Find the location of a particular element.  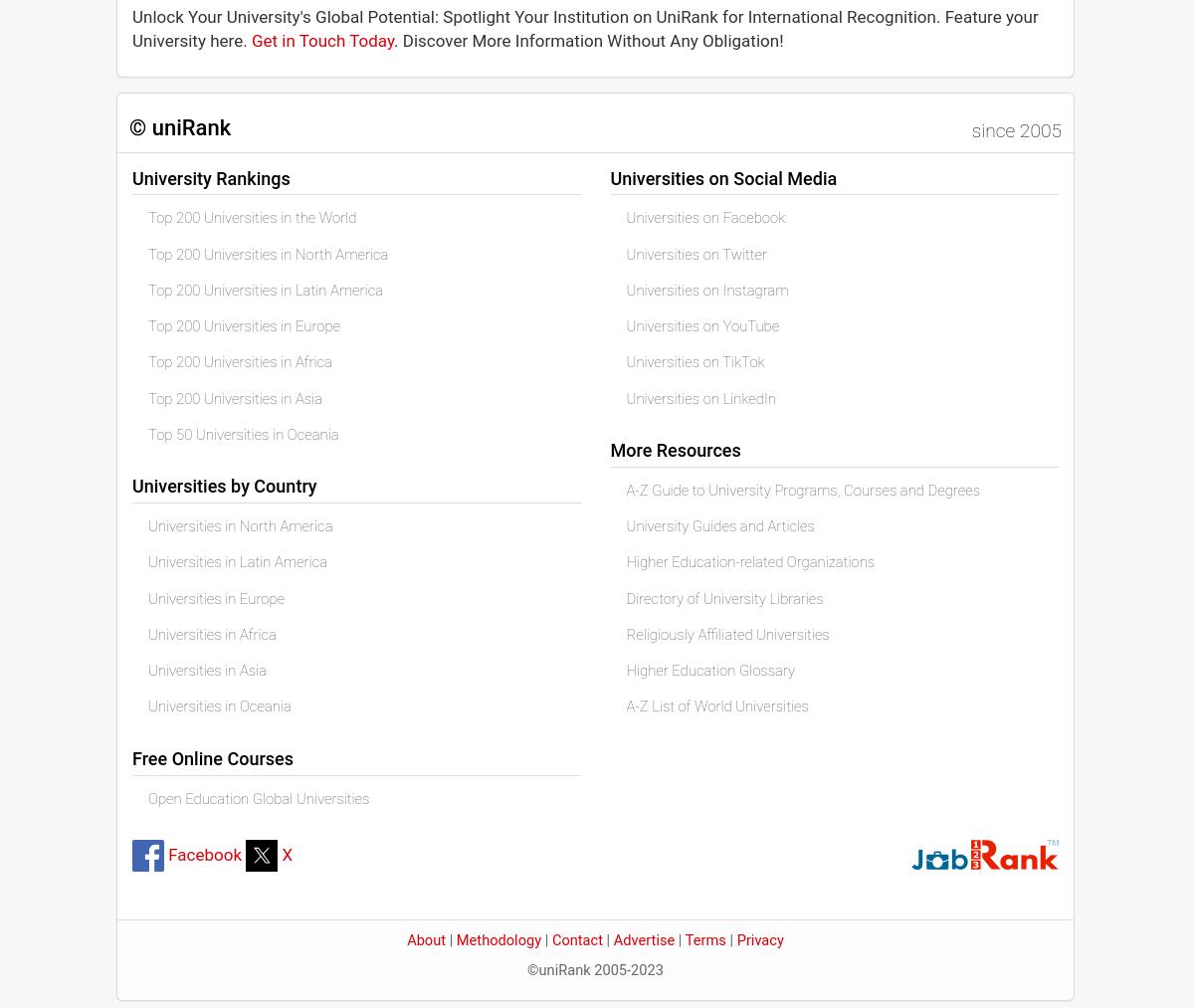

'Open Education Global Universities' is located at coordinates (148, 797).